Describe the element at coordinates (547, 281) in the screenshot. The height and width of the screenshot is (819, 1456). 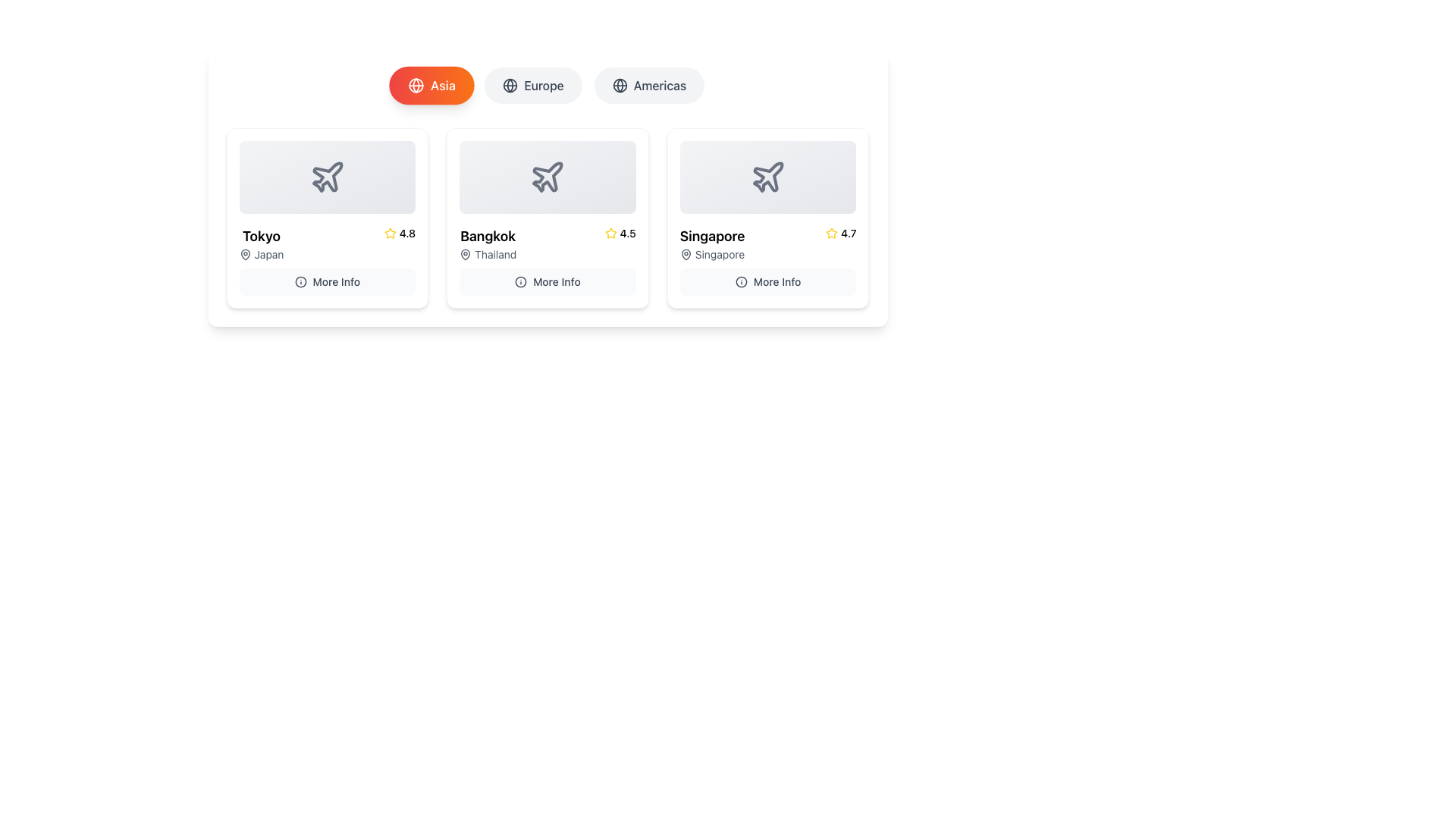
I see `the interactive button located at the bottom of the 'Bangkok' card, below the 'Thailand' text and rating` at that location.